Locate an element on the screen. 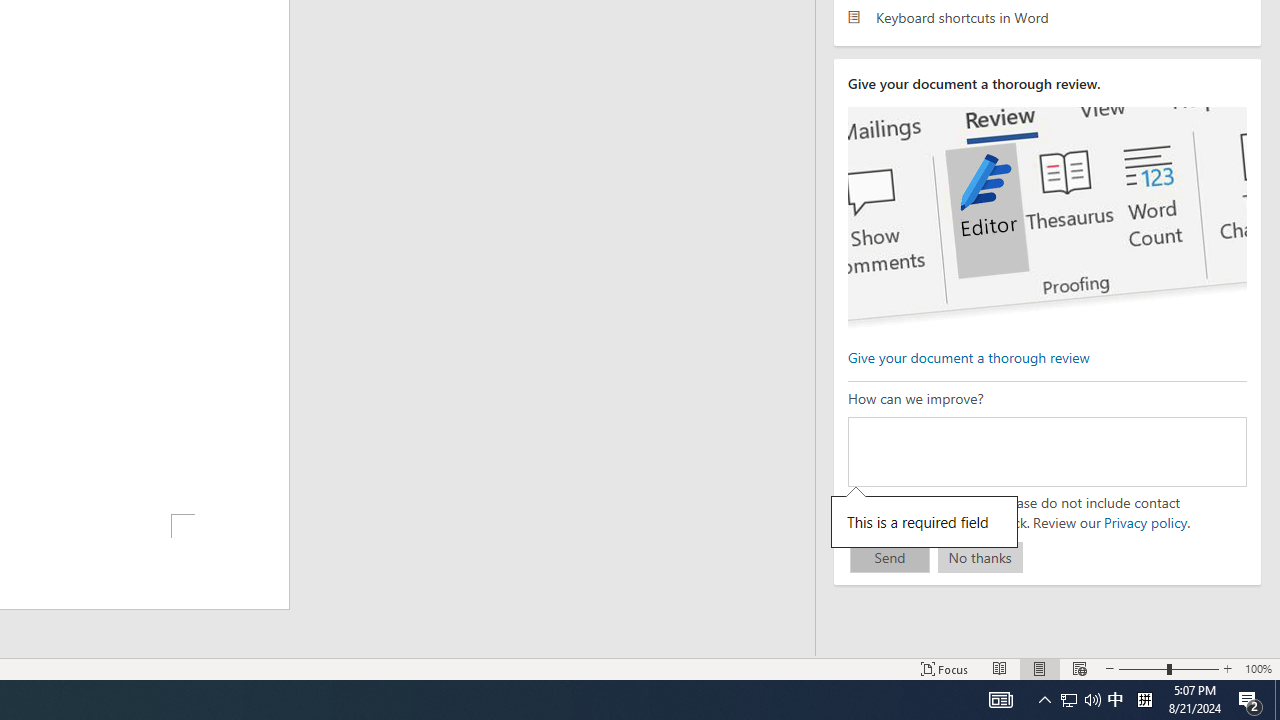 Image resolution: width=1280 pixels, height=720 pixels. 'Keyboard shortcuts in Word' is located at coordinates (1046, 17).